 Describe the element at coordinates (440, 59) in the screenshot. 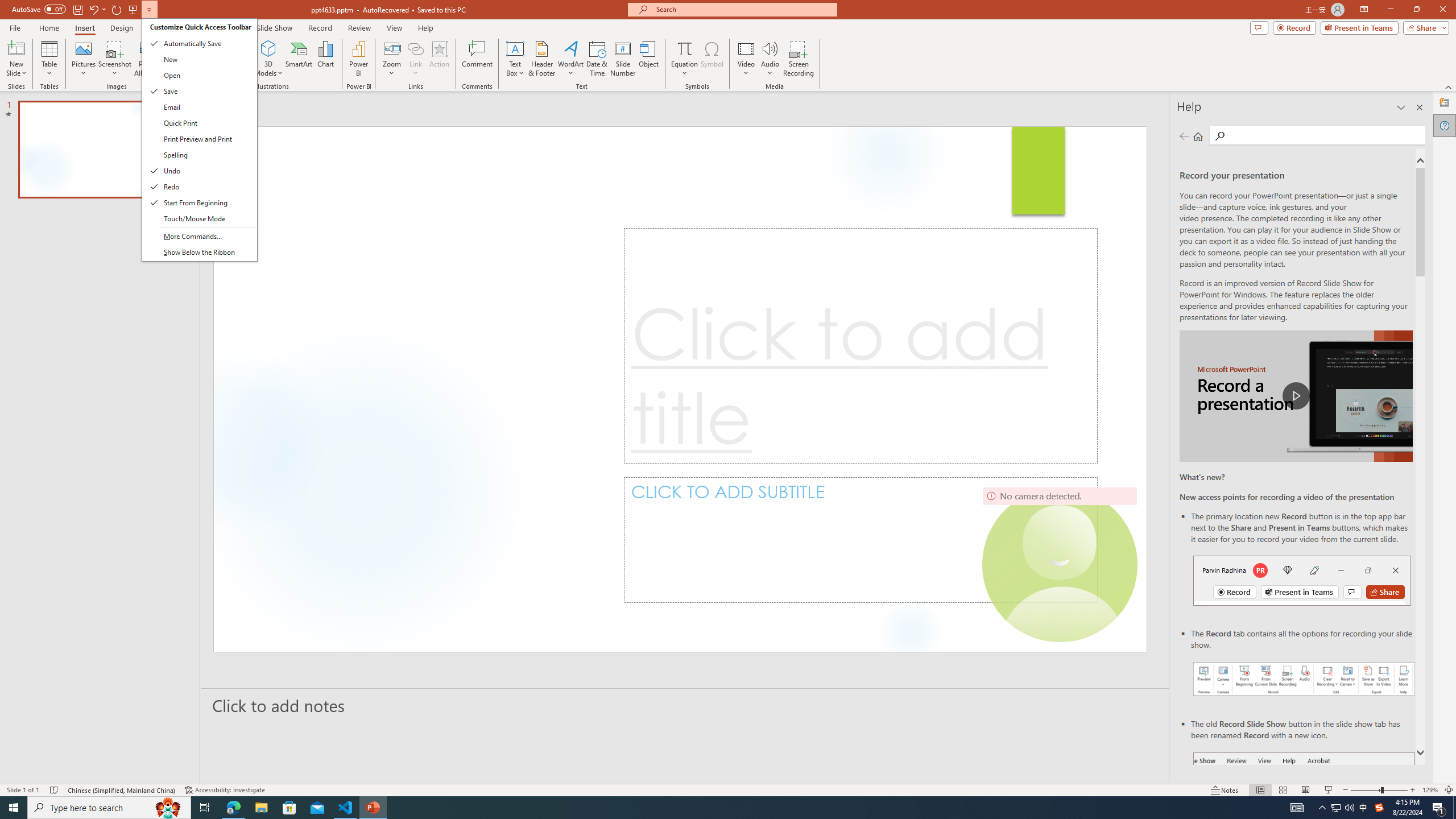

I see `'Action'` at that location.